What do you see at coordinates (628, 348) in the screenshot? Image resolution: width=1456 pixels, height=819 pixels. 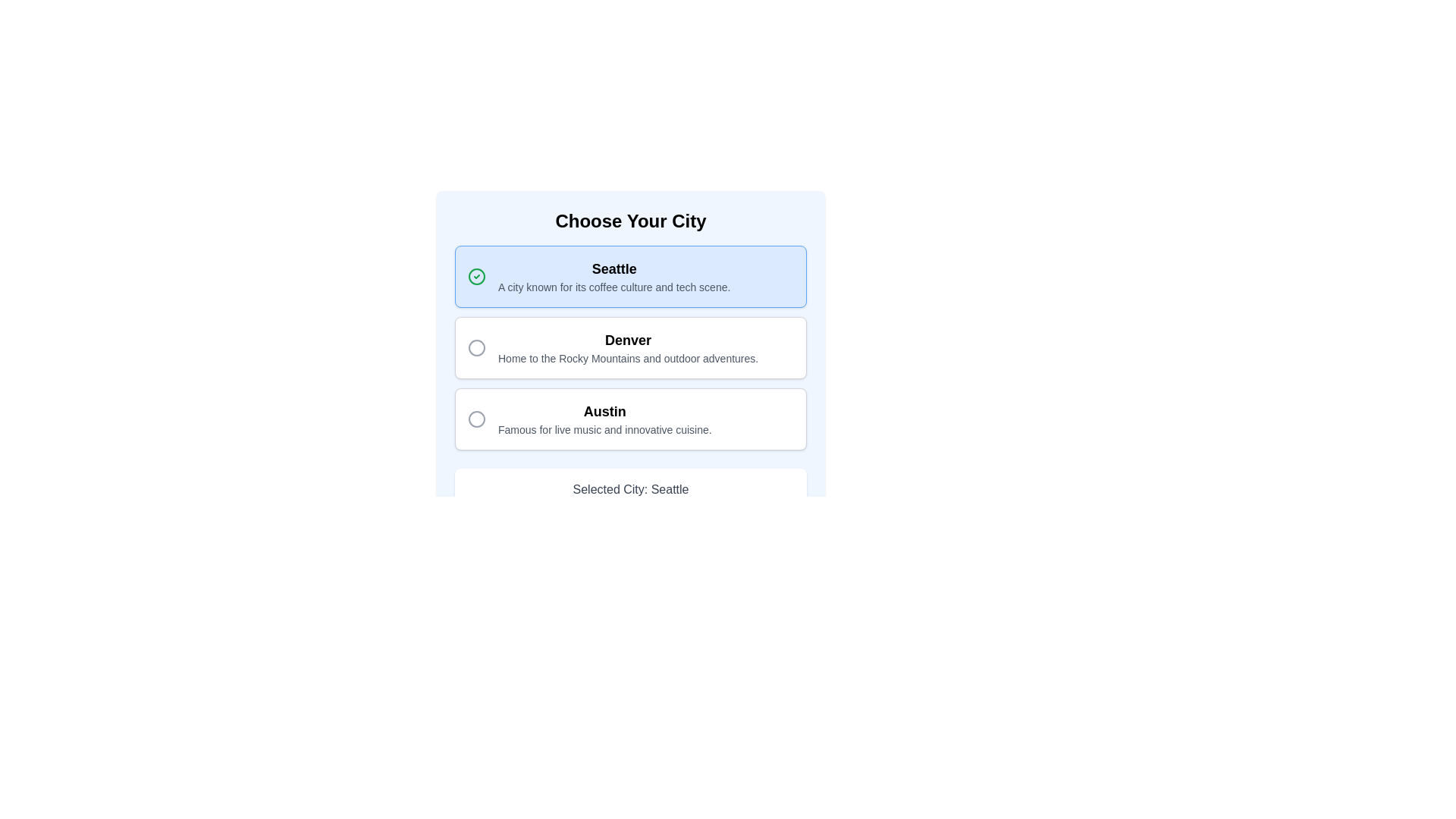 I see `text content of the second text block in the vertical list of city choices, which displays 'Denver' in bold and a descriptive sentence below it` at bounding box center [628, 348].